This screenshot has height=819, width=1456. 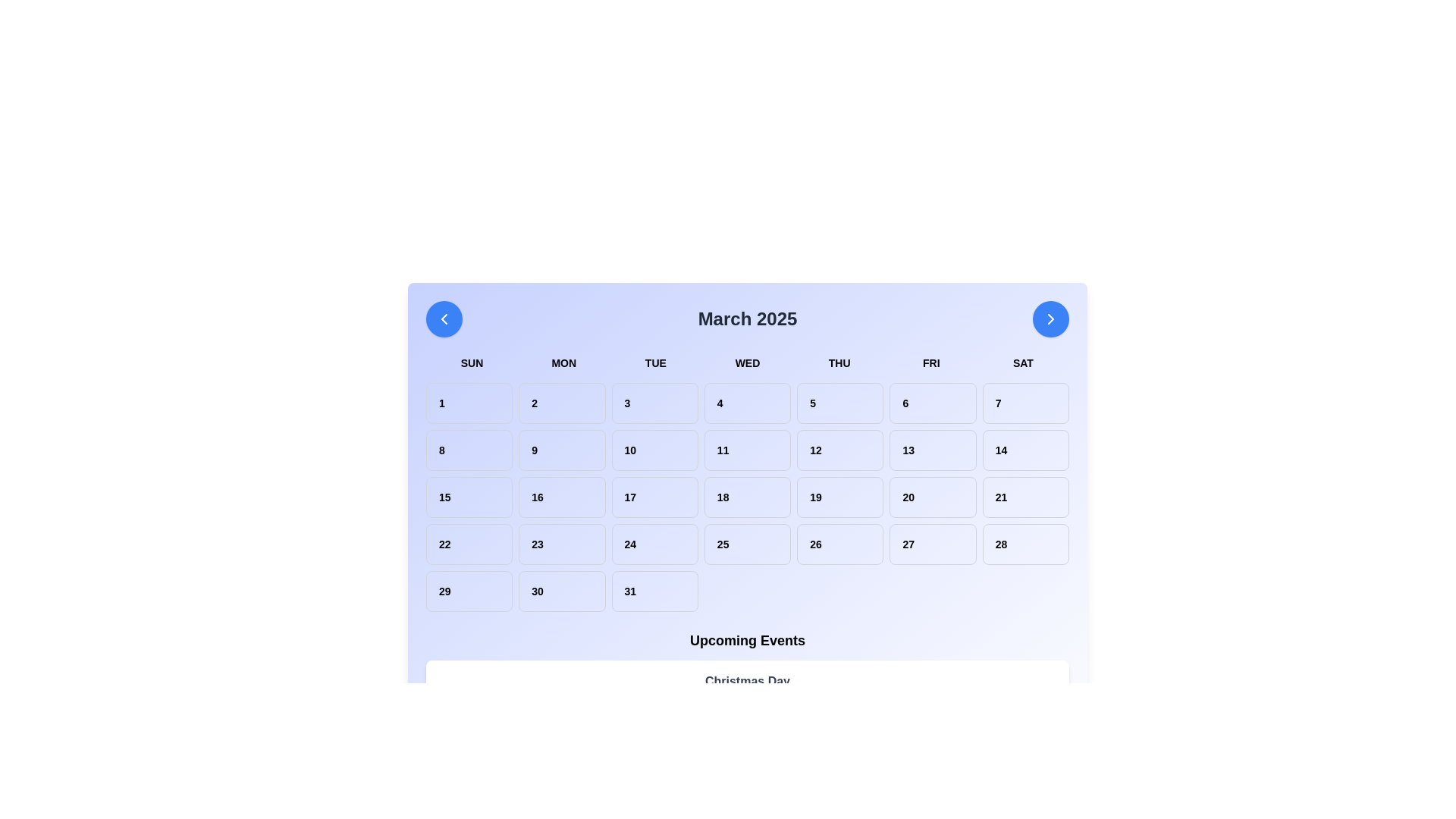 I want to click on the bold number '18' in the calendar grid, which represents a day of the month and is located in the fourth row and fourth column of the March 2025 calendar, so click(x=747, y=497).